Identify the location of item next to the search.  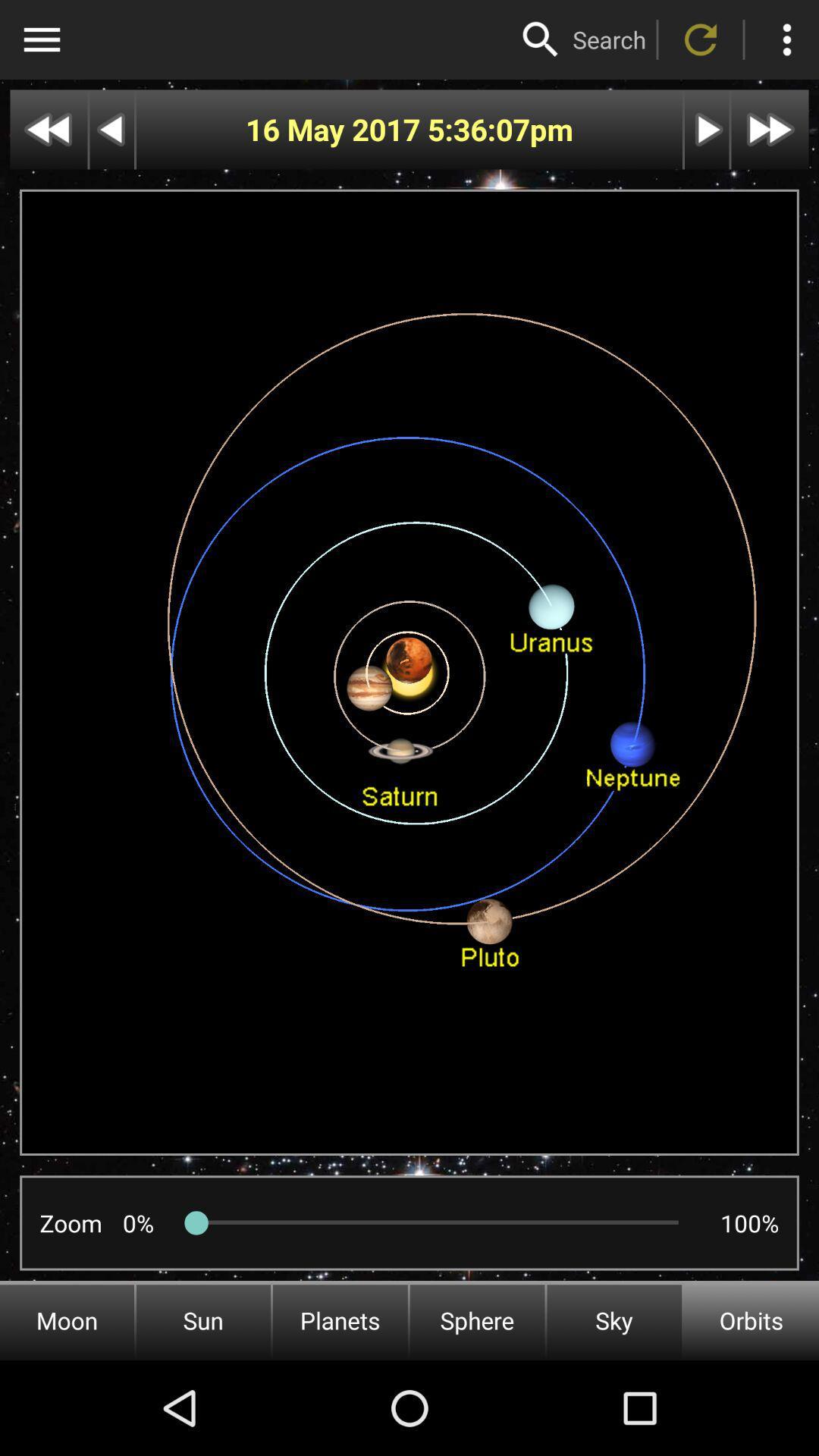
(540, 39).